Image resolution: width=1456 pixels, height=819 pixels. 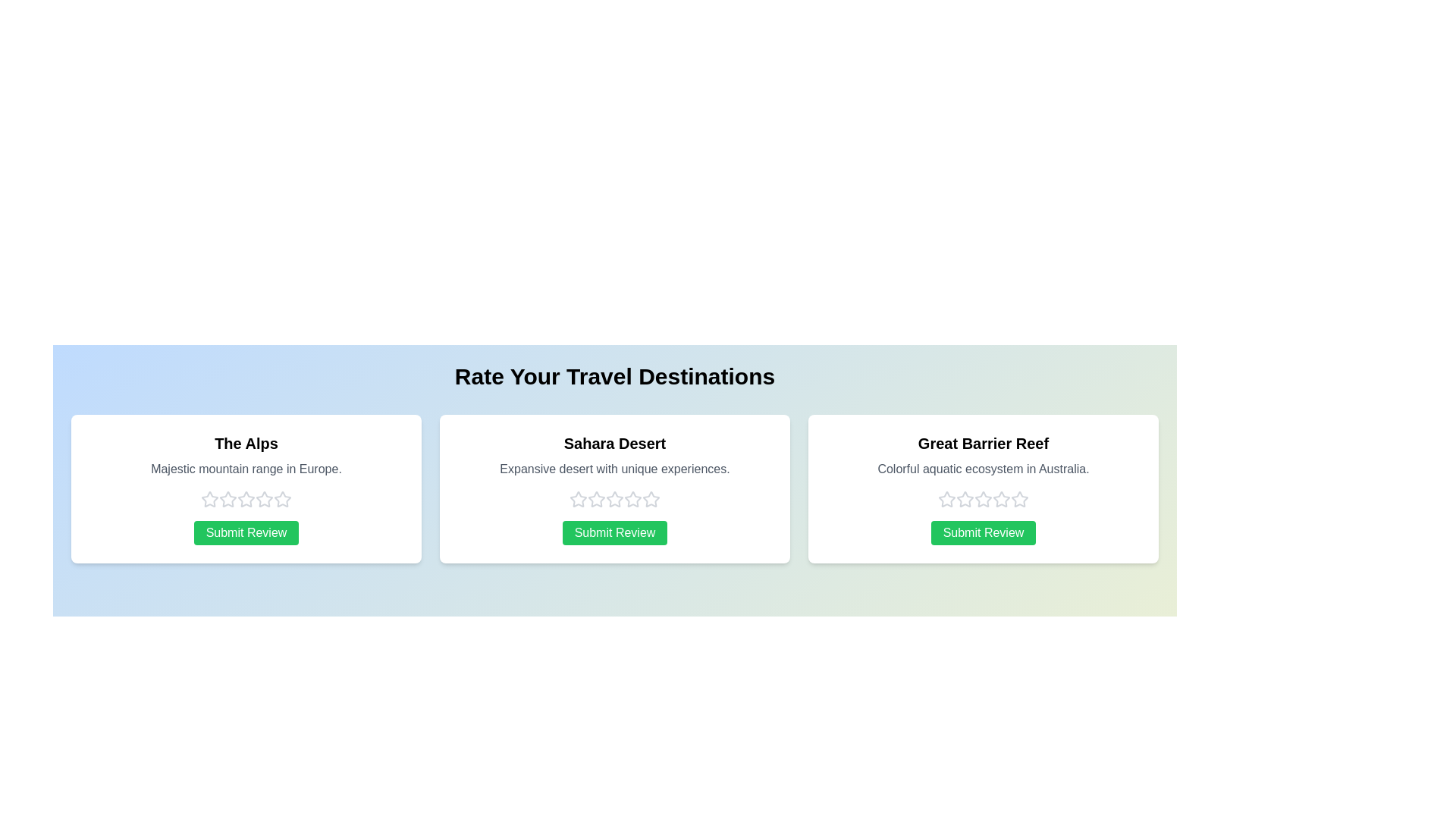 What do you see at coordinates (983, 468) in the screenshot?
I see `the description of Great Barrier Reef` at bounding box center [983, 468].